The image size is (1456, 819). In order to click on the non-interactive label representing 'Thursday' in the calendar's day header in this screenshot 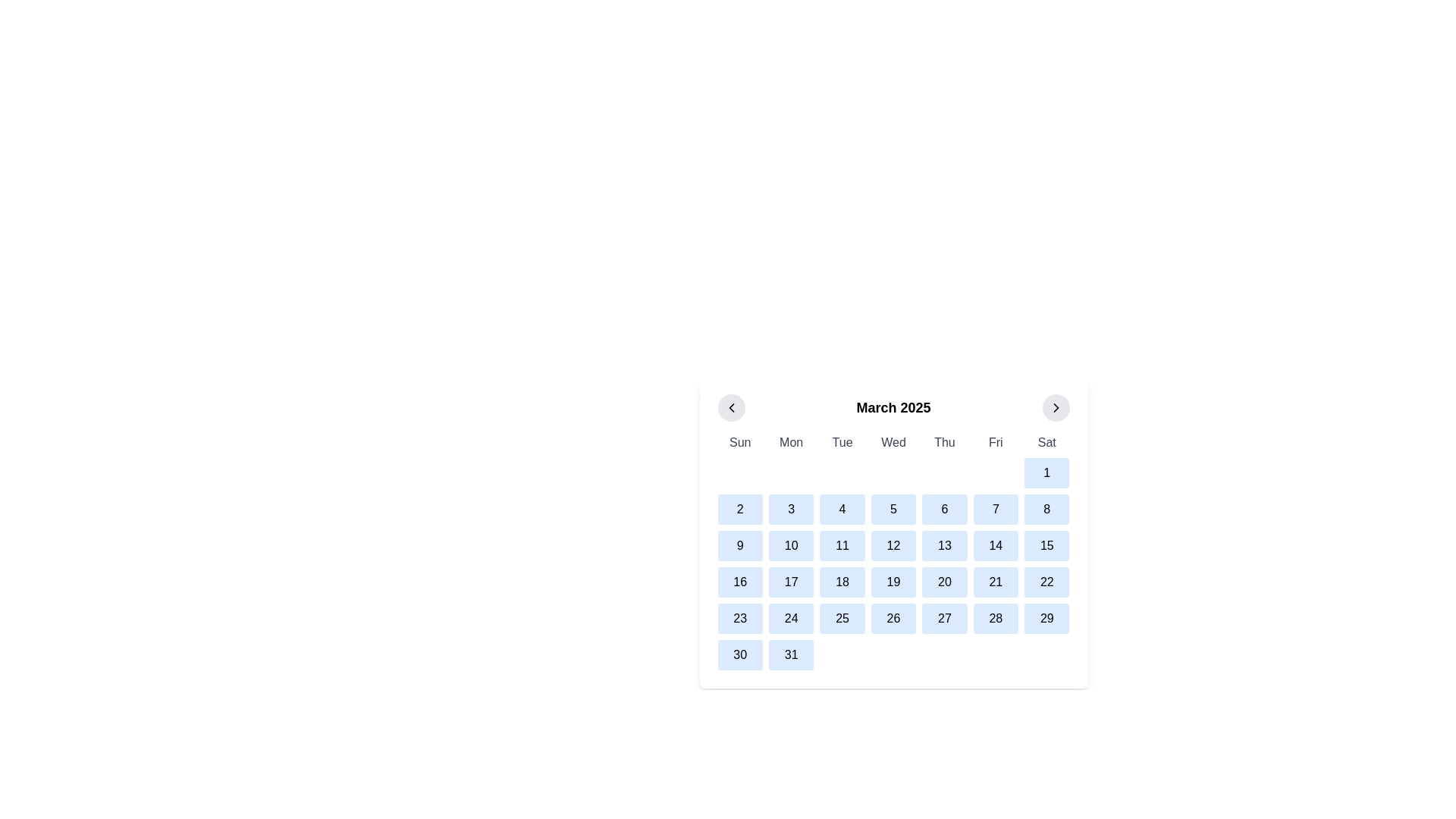, I will do `click(943, 442)`.